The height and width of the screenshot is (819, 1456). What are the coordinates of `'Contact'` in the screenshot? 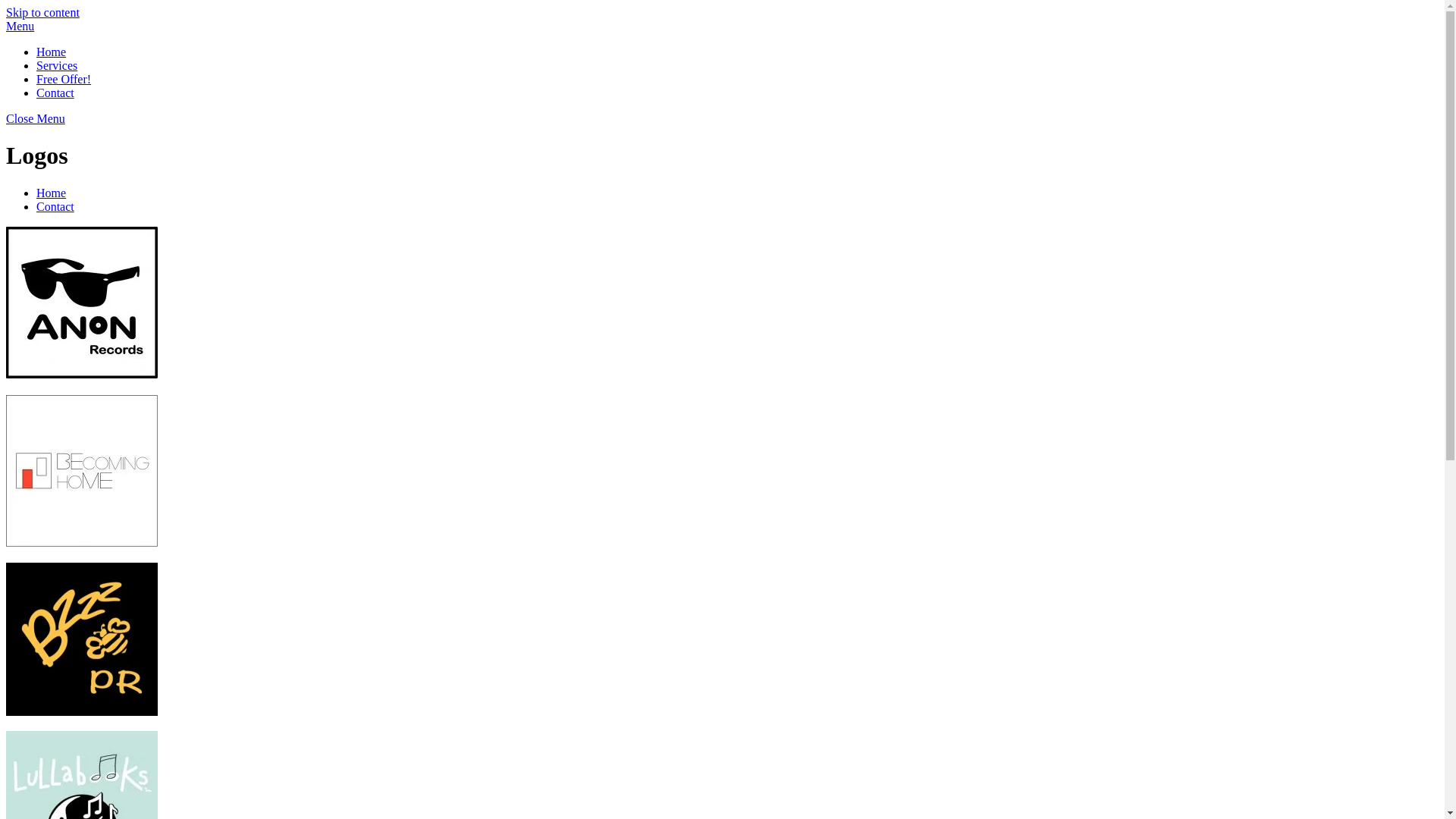 It's located at (55, 206).